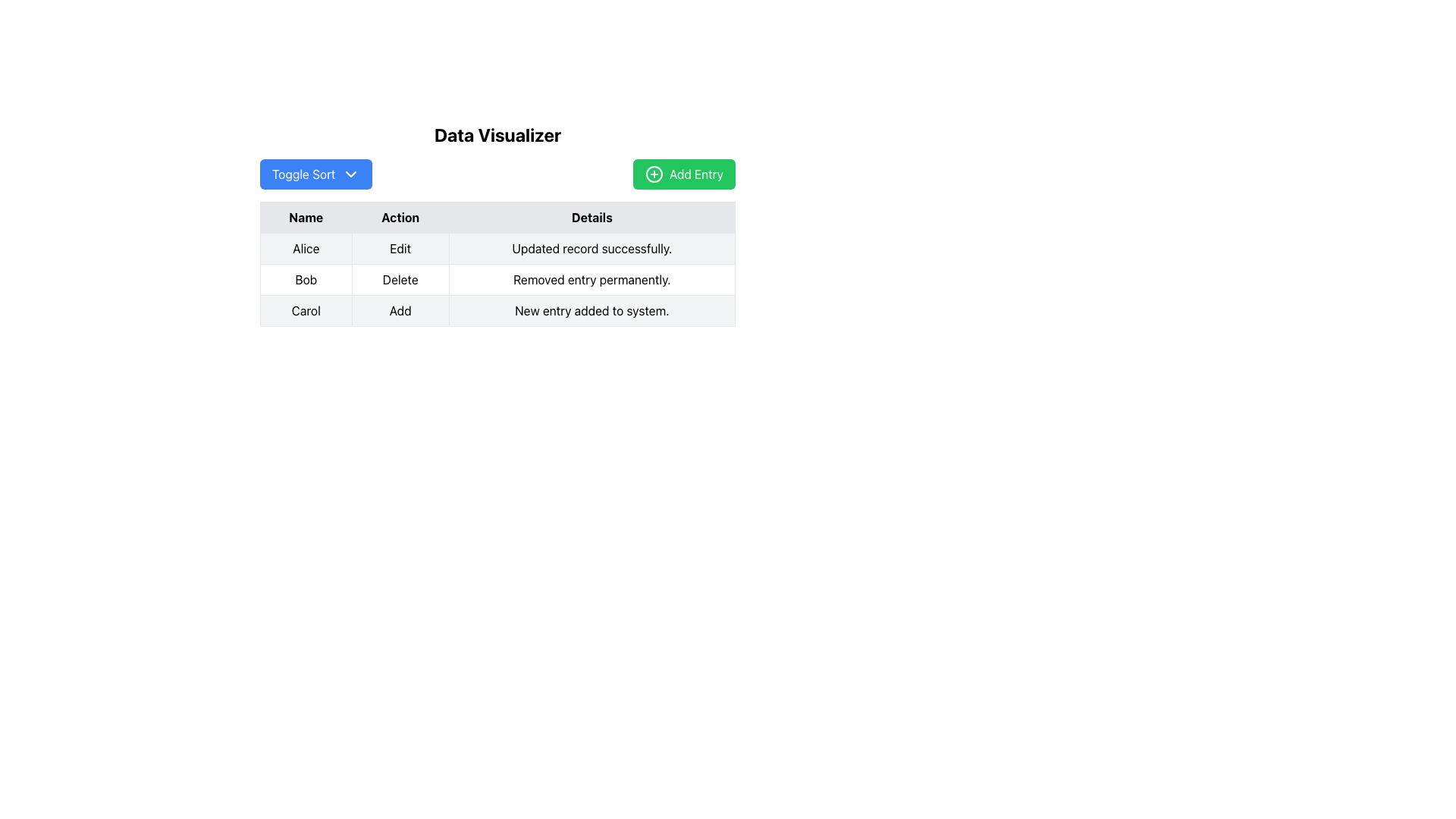  I want to click on the action button in the 'Action' column of the data table for the row labeled 'Carol', so click(400, 309).